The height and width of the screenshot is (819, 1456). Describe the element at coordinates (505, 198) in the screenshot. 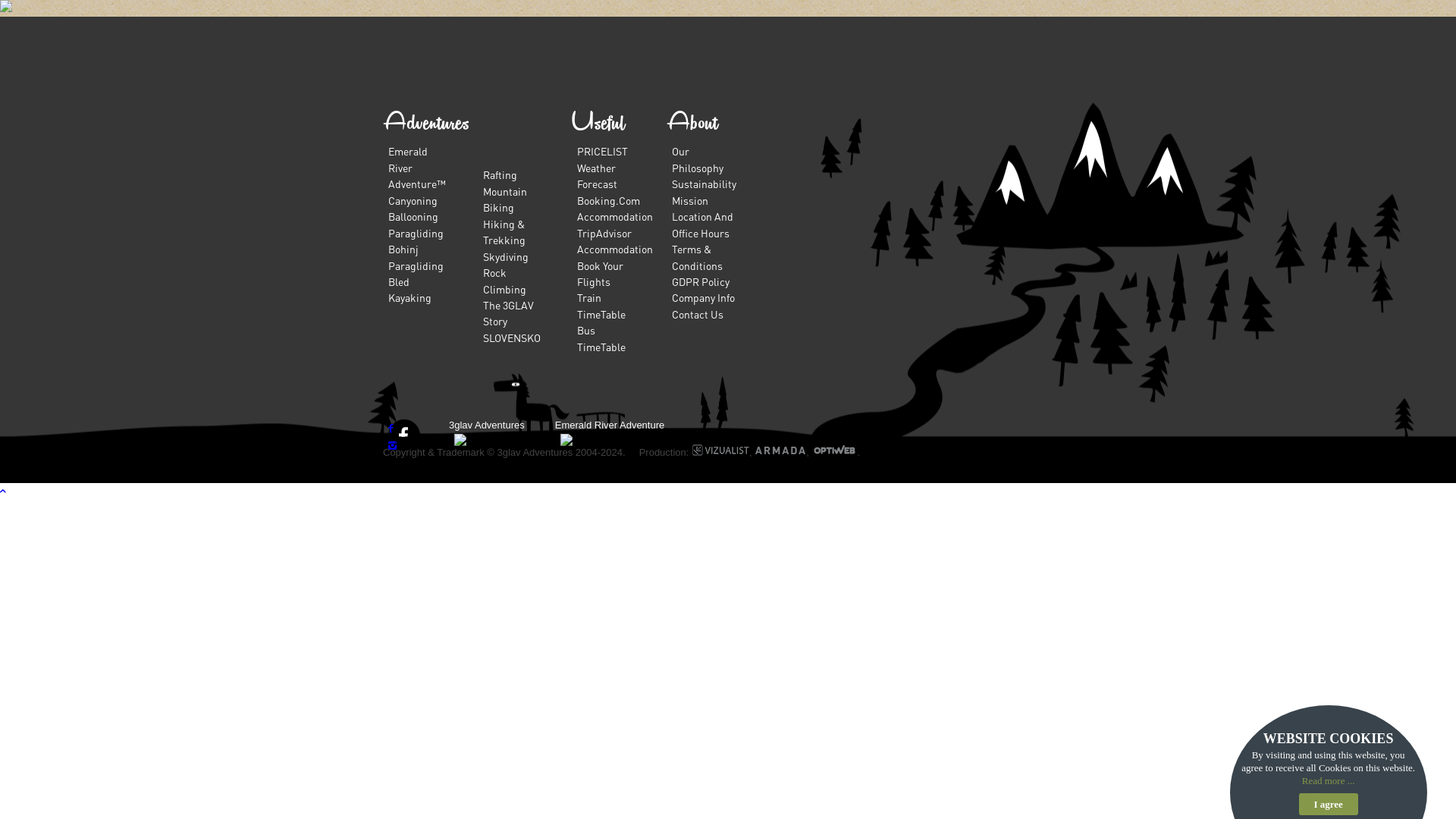

I see `'Mountain Biking'` at that location.